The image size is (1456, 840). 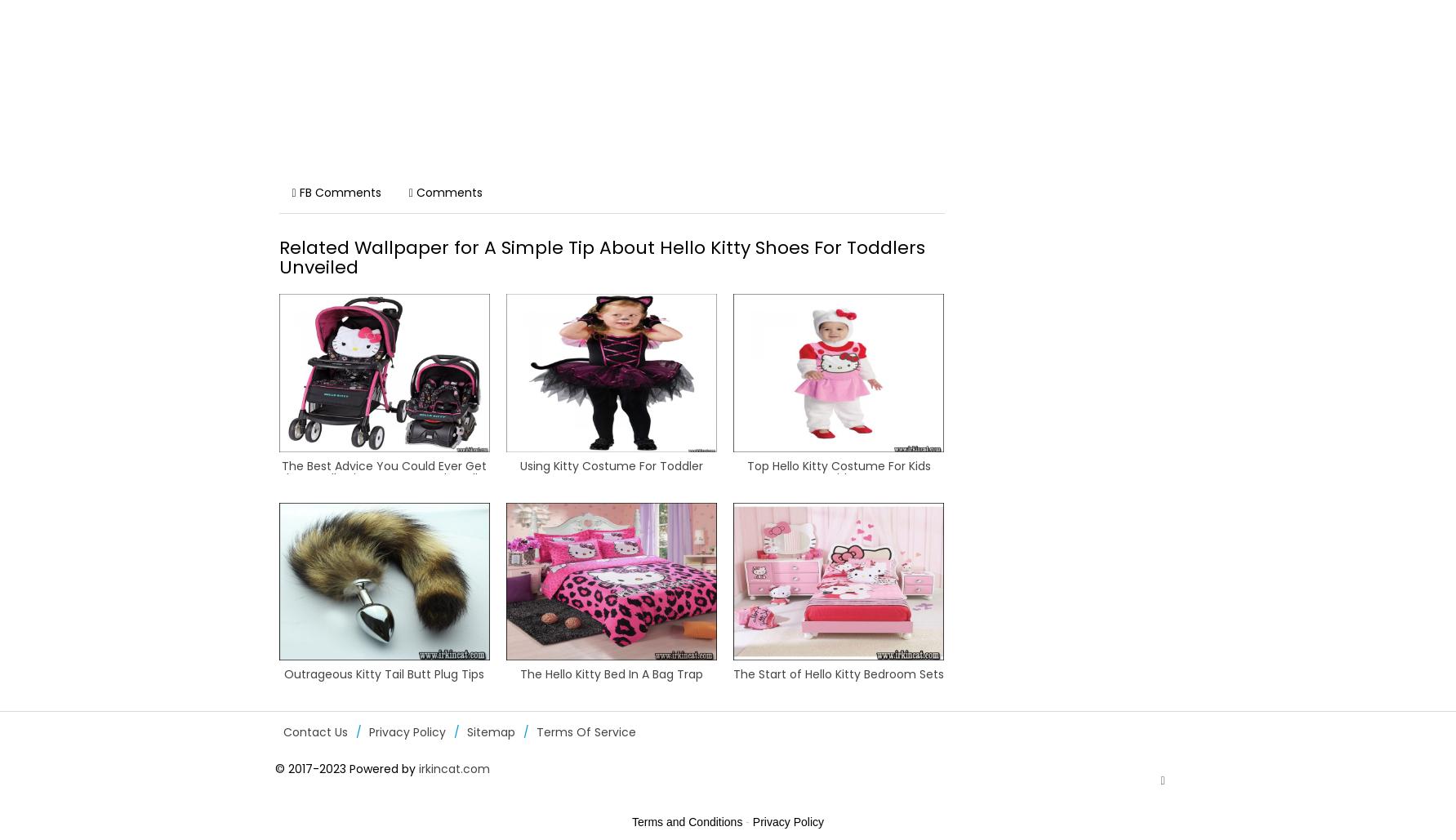 I want to click on 'Sitemap', so click(x=490, y=731).